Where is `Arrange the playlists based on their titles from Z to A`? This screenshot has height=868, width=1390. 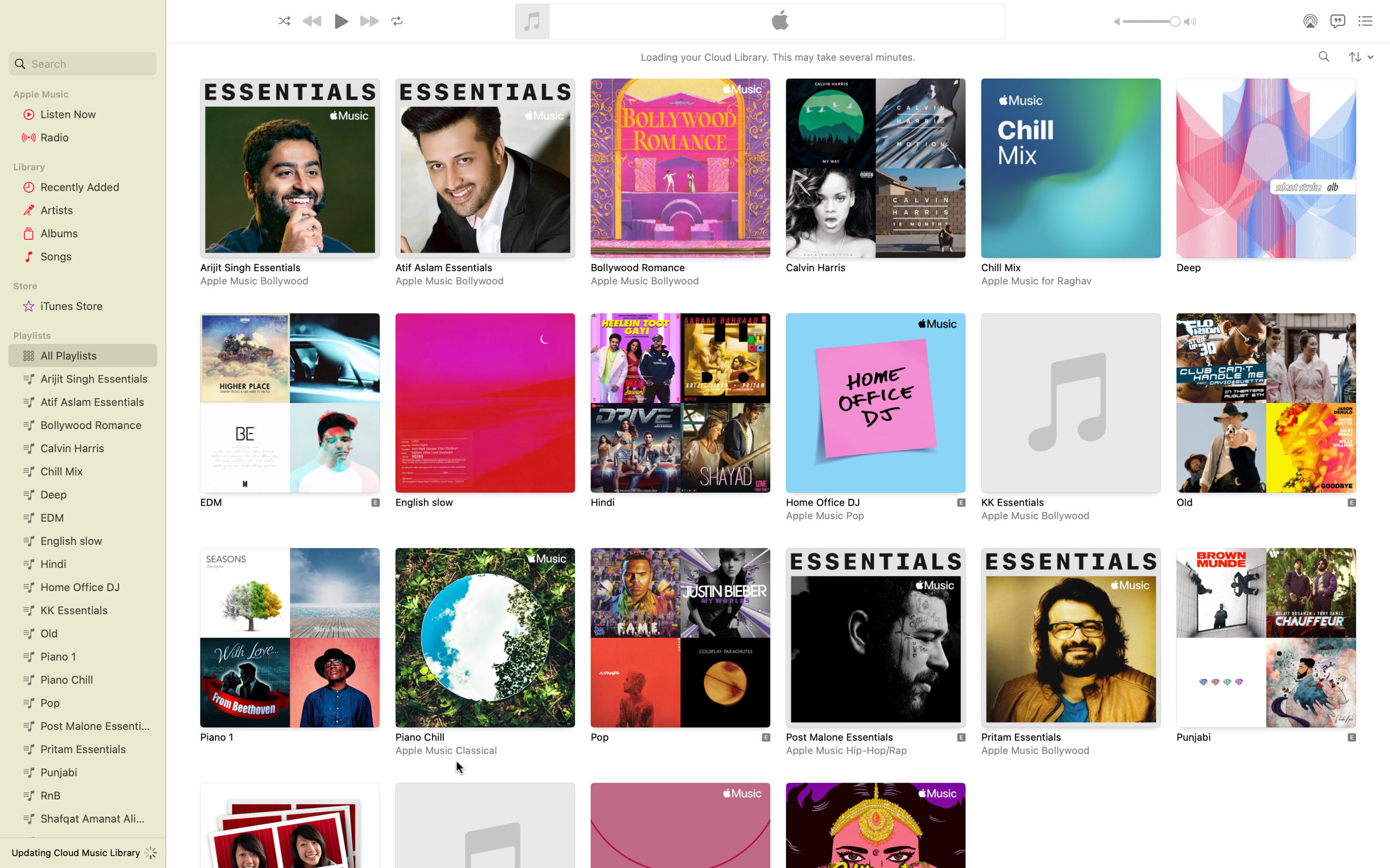
Arrange the playlists based on their titles from Z to A is located at coordinates (1360, 56).